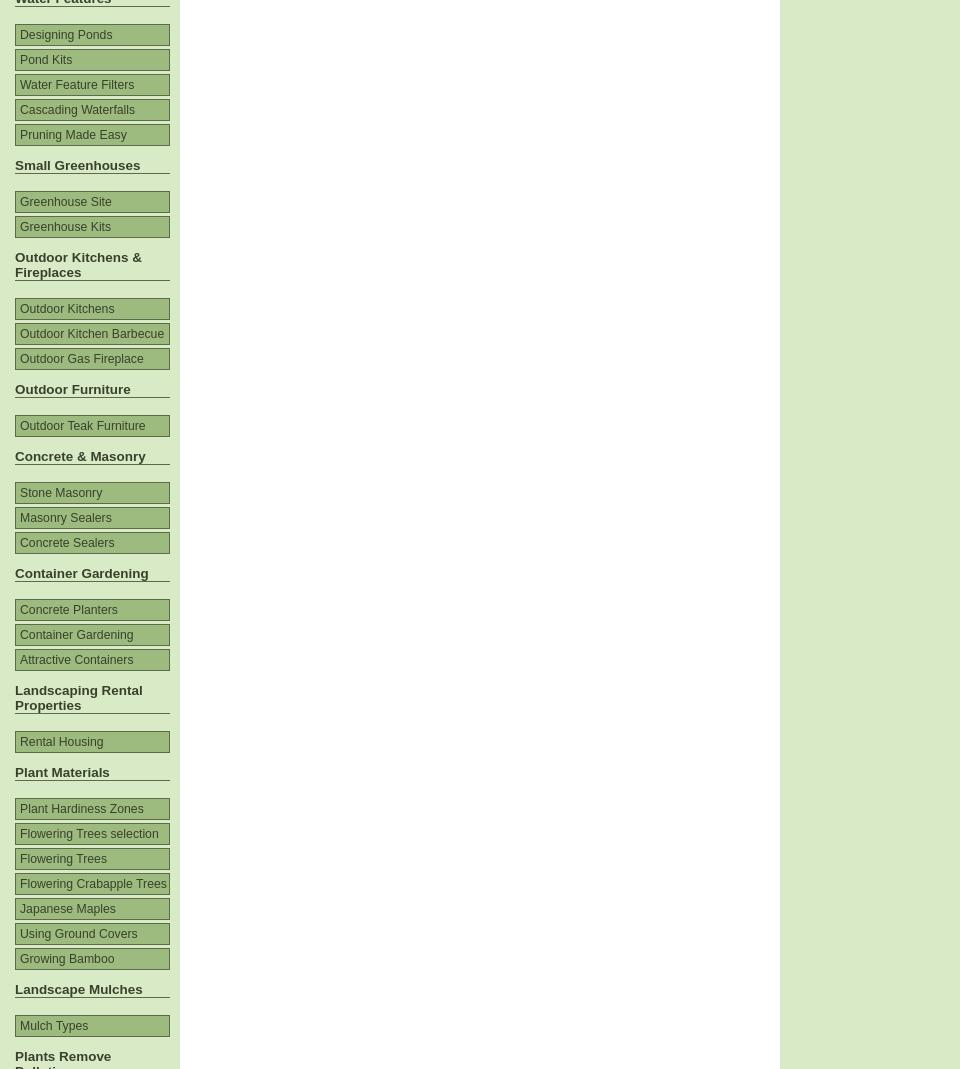 The width and height of the screenshot is (960, 1069). What do you see at coordinates (65, 517) in the screenshot?
I see `'Masonry Sealers'` at bounding box center [65, 517].